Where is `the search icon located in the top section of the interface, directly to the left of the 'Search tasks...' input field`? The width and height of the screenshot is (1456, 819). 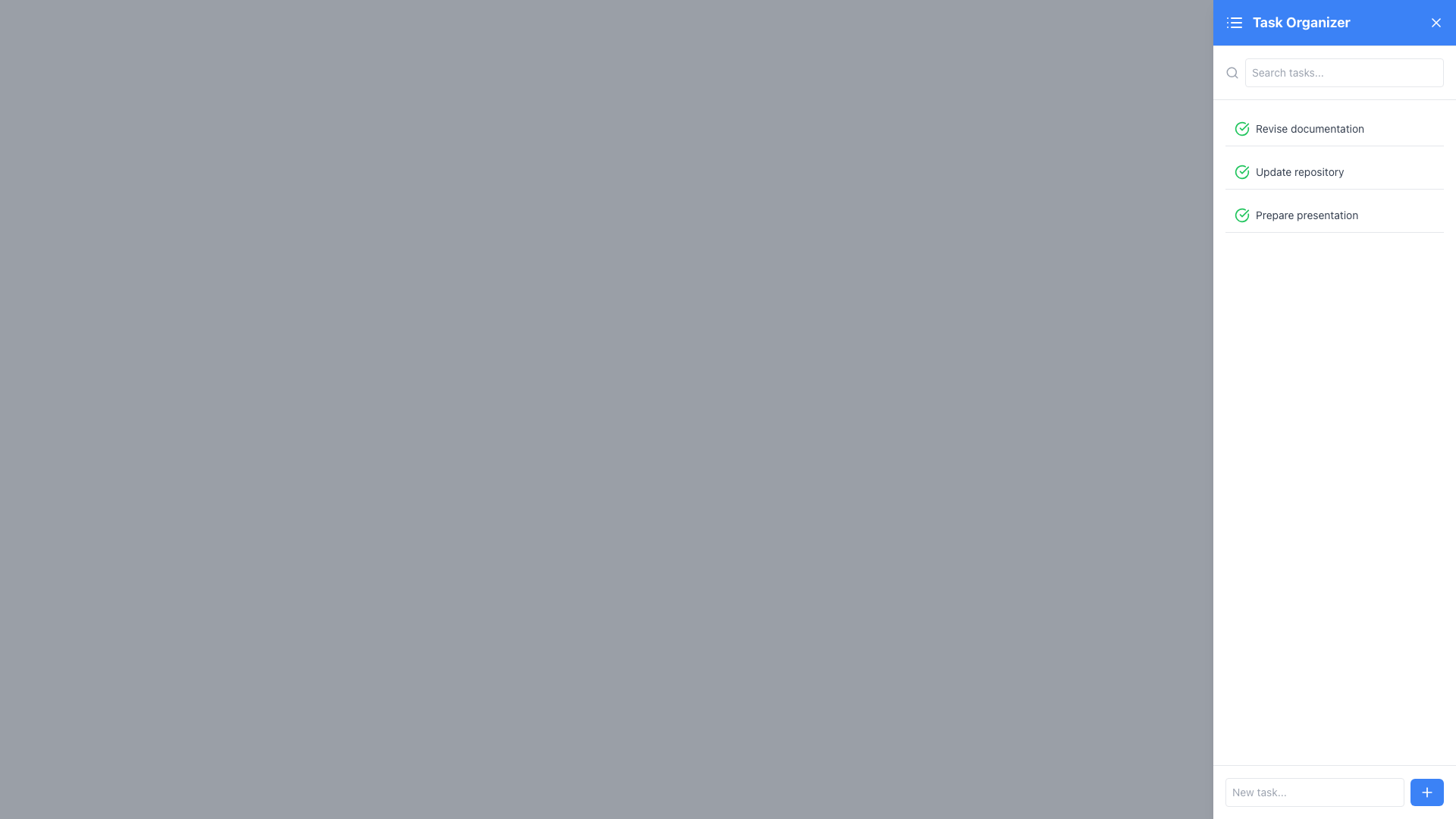
the search icon located in the top section of the interface, directly to the left of the 'Search tasks...' input field is located at coordinates (1232, 73).